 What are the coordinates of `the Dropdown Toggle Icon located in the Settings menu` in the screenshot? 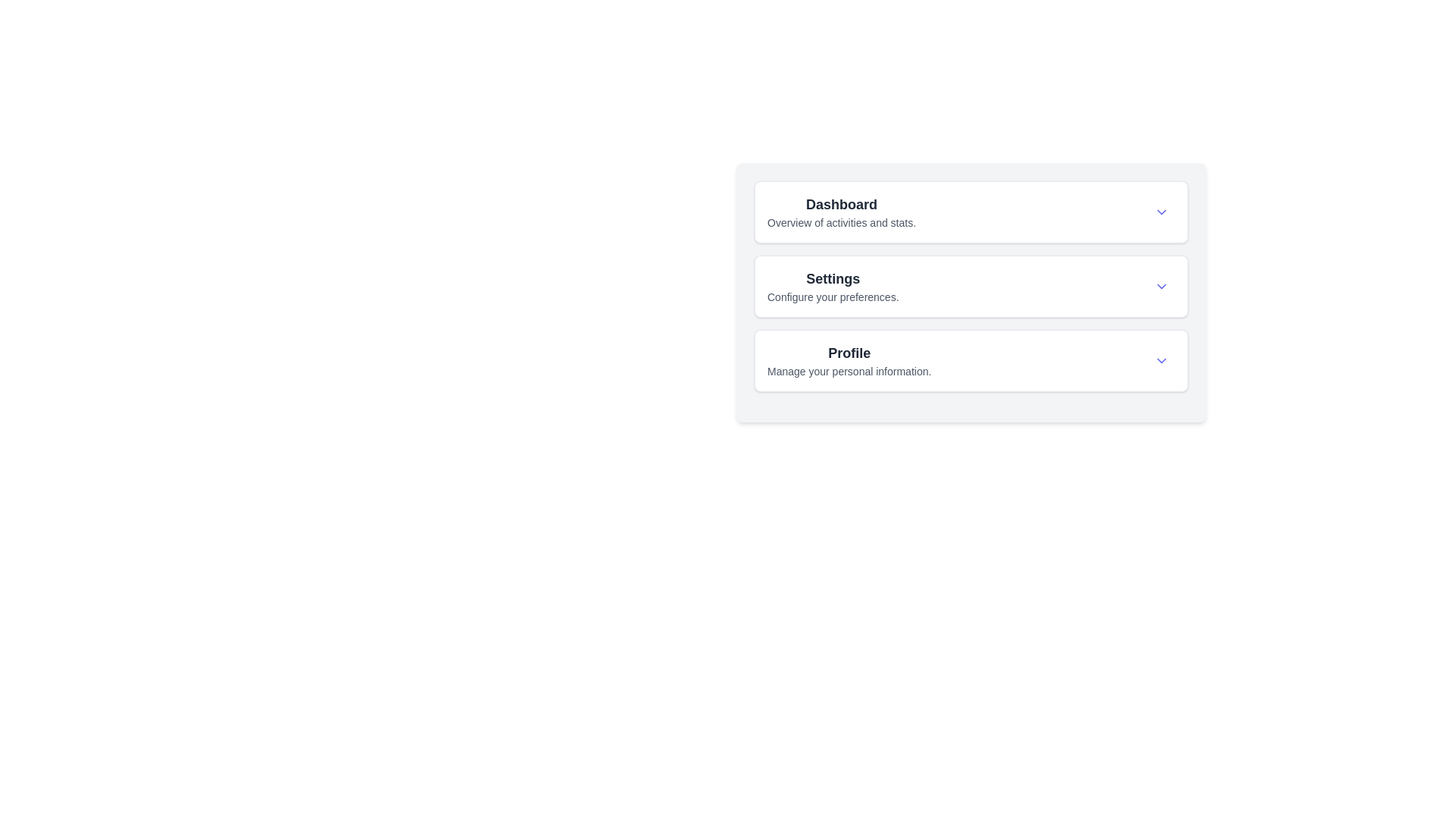 It's located at (1160, 287).